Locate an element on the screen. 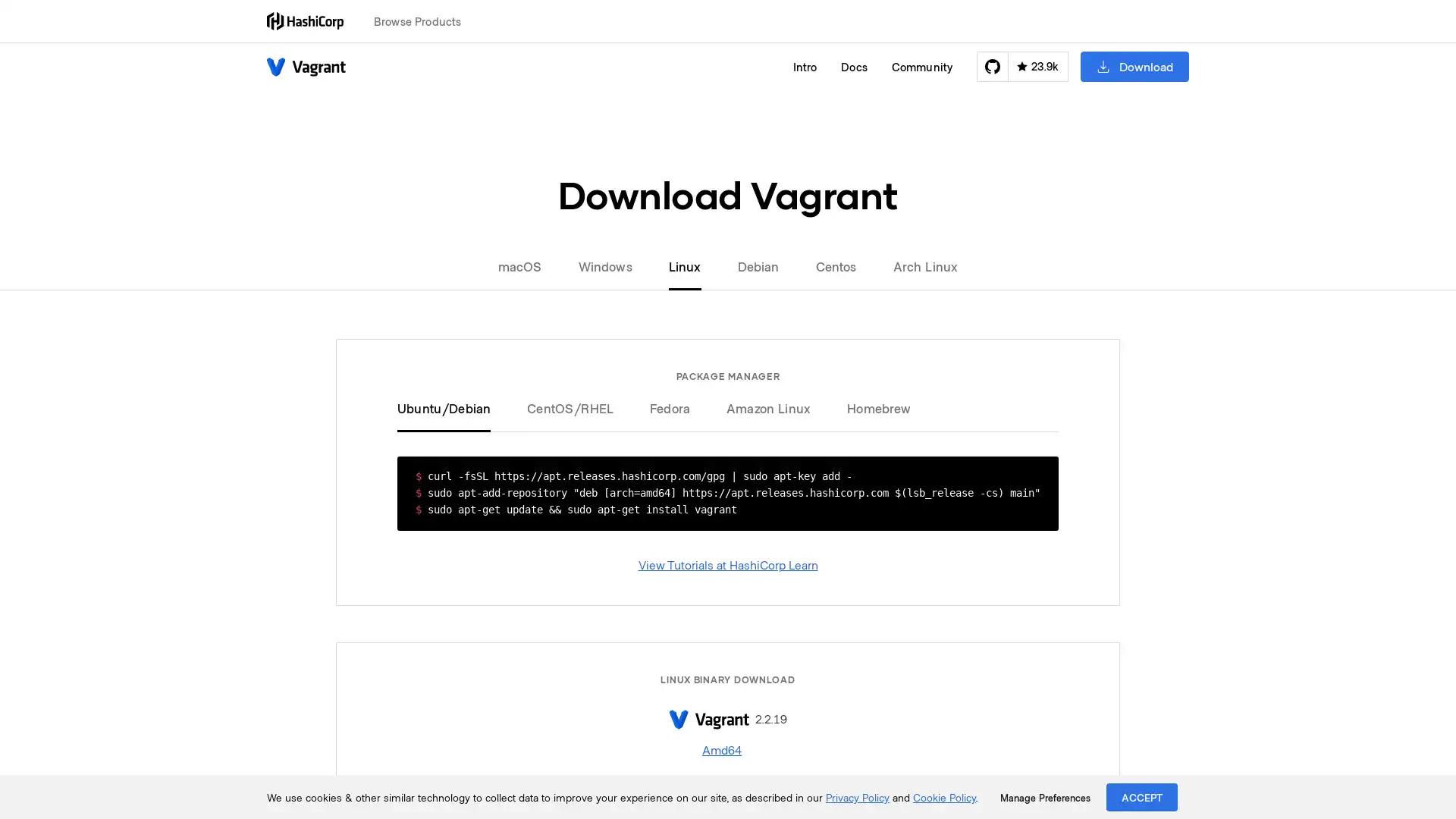  Ubuntu/Debian is located at coordinates (452, 406).